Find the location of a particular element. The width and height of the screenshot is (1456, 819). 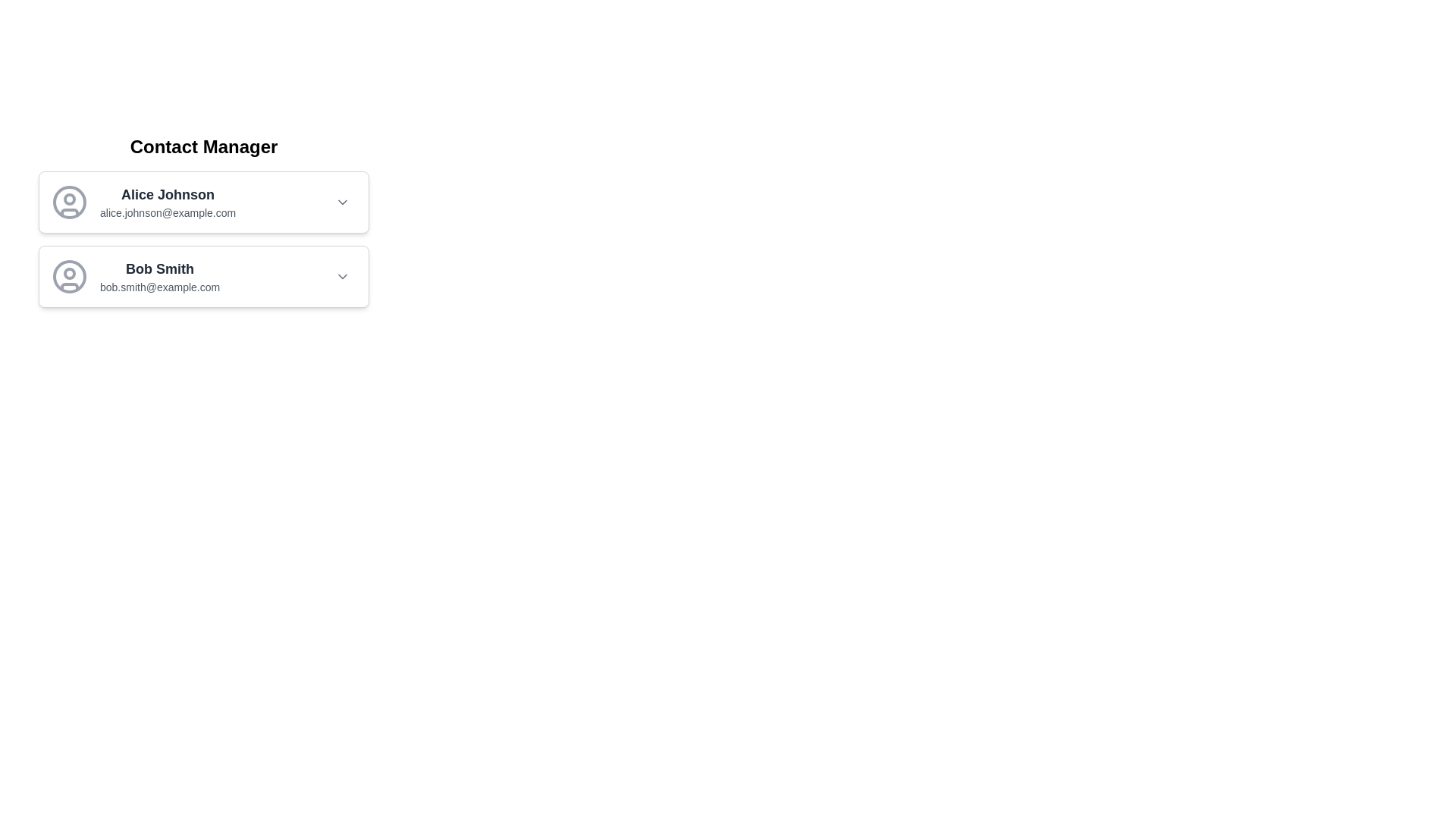

the small circular button with a downward-pointing chevron icon located in the lower right corner of the card displaying 'Bob Smith' is located at coordinates (341, 277).